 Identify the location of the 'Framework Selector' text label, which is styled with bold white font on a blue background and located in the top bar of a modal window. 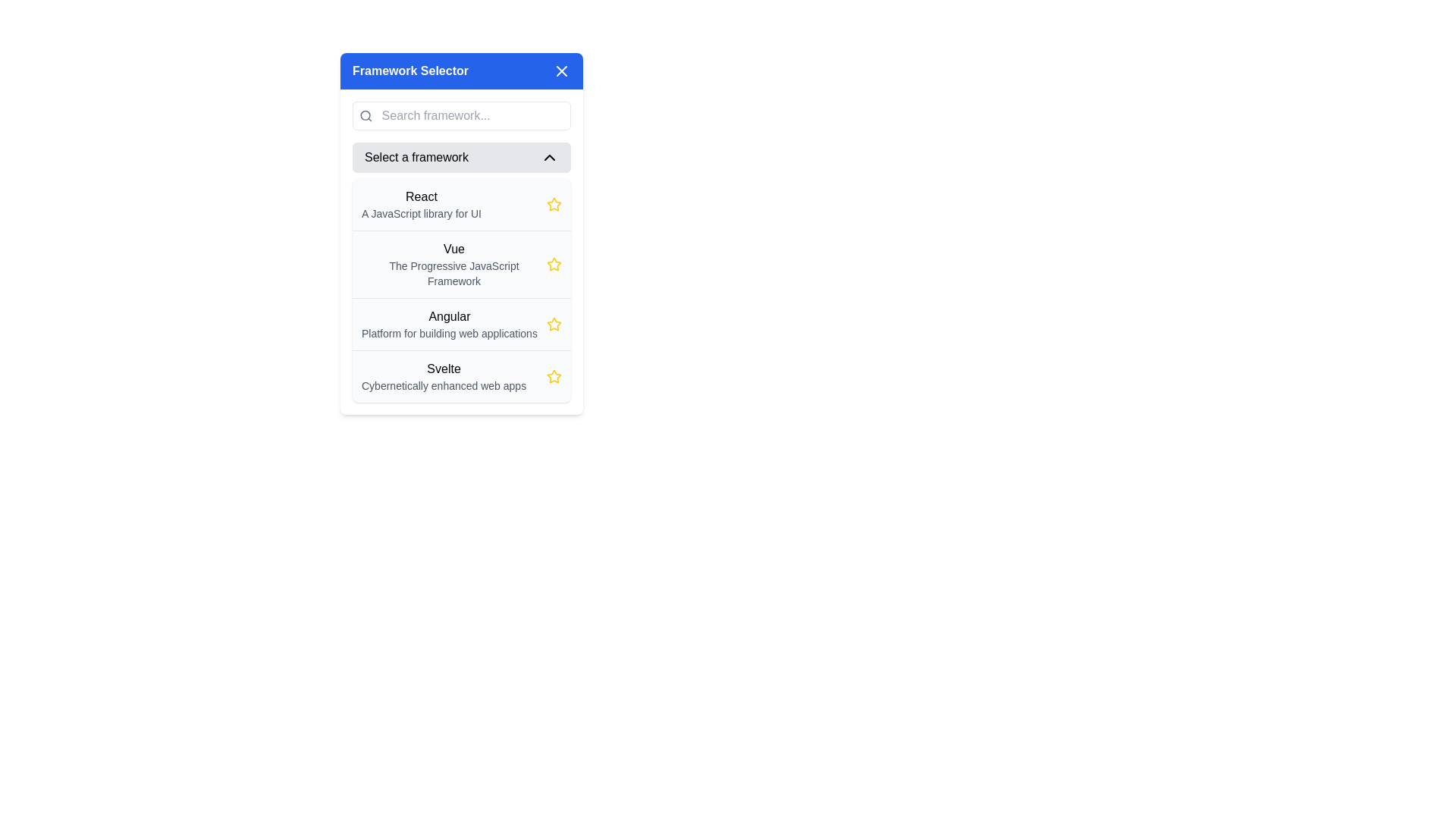
(410, 71).